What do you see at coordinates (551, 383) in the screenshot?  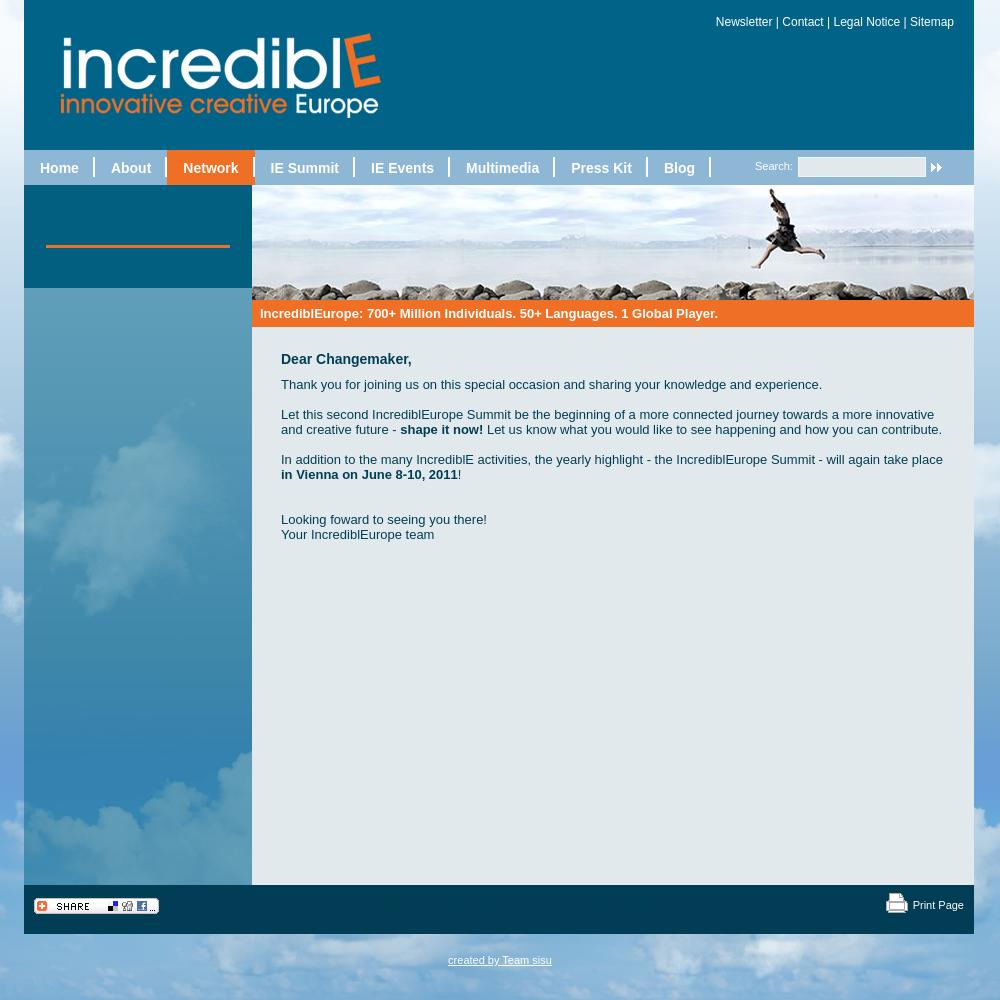 I see `'Thank you for joining us on this special occasion and sharing your knowledge and experience.'` at bounding box center [551, 383].